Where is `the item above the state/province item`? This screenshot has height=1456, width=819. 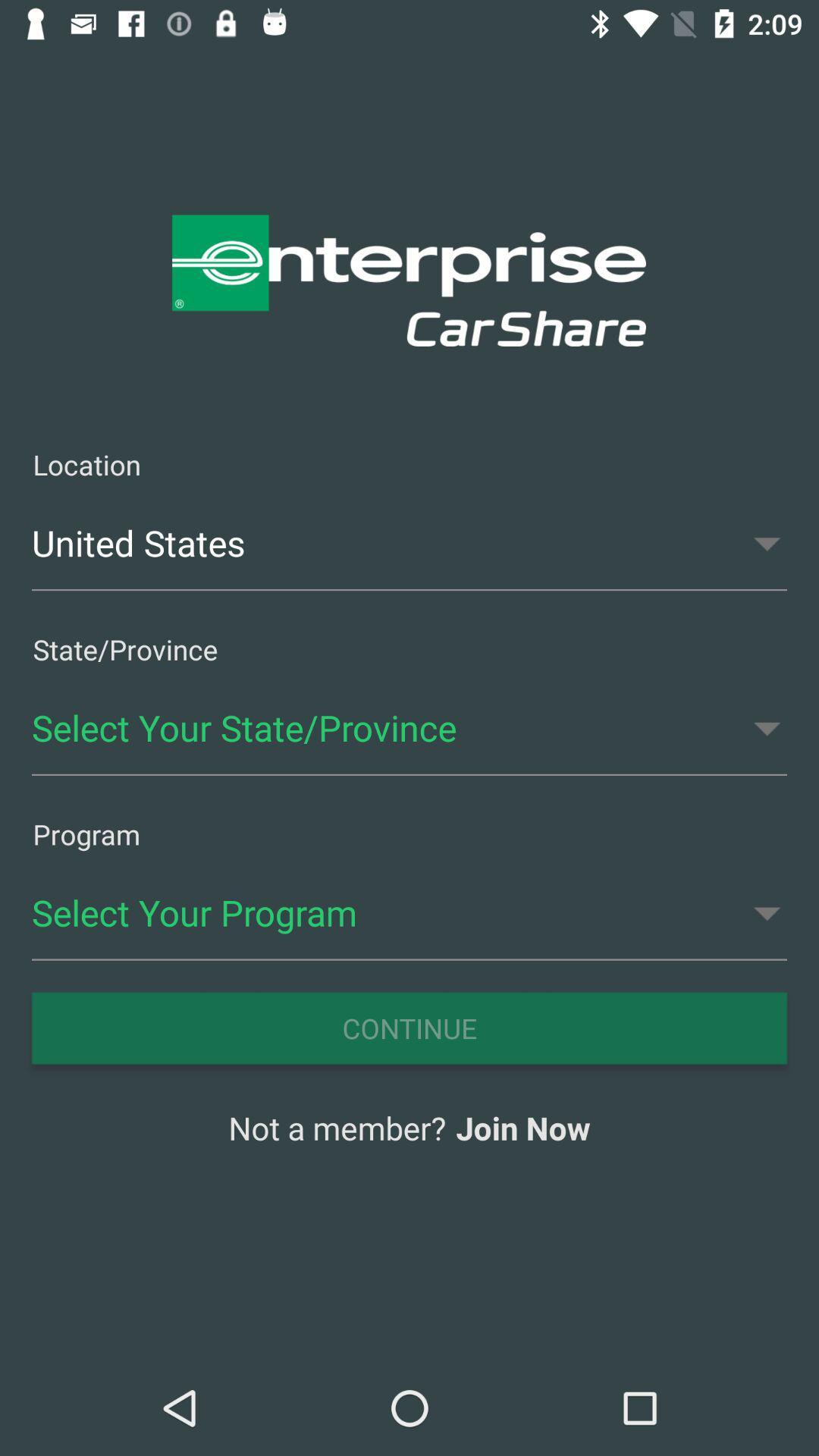
the item above the state/province item is located at coordinates (409, 543).